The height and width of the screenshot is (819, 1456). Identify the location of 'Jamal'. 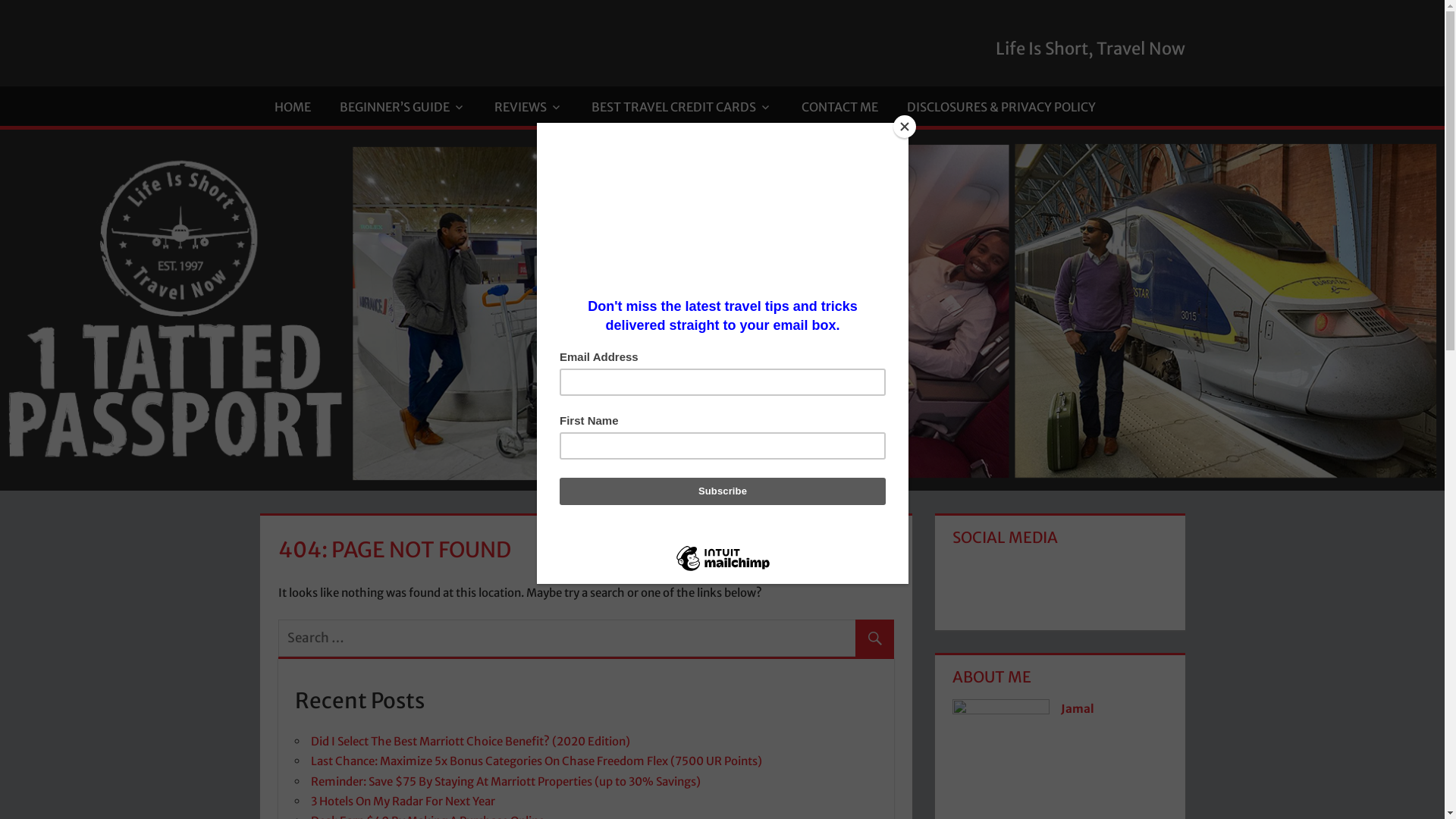
(1059, 708).